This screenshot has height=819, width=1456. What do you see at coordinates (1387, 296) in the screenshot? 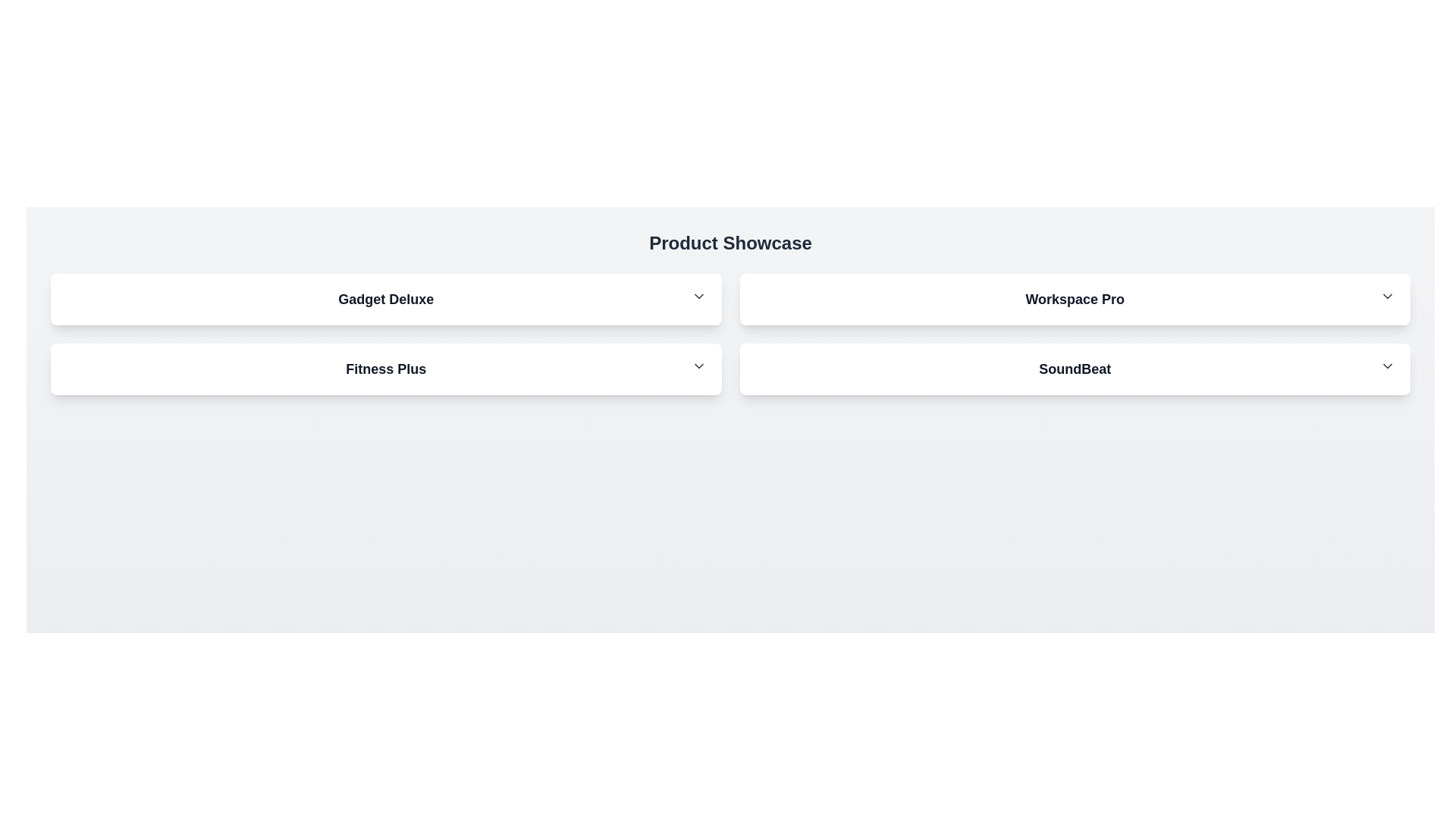
I see `the interactive button located in the top-right corner of the 'Workspace Pro' card to change its background color` at bounding box center [1387, 296].